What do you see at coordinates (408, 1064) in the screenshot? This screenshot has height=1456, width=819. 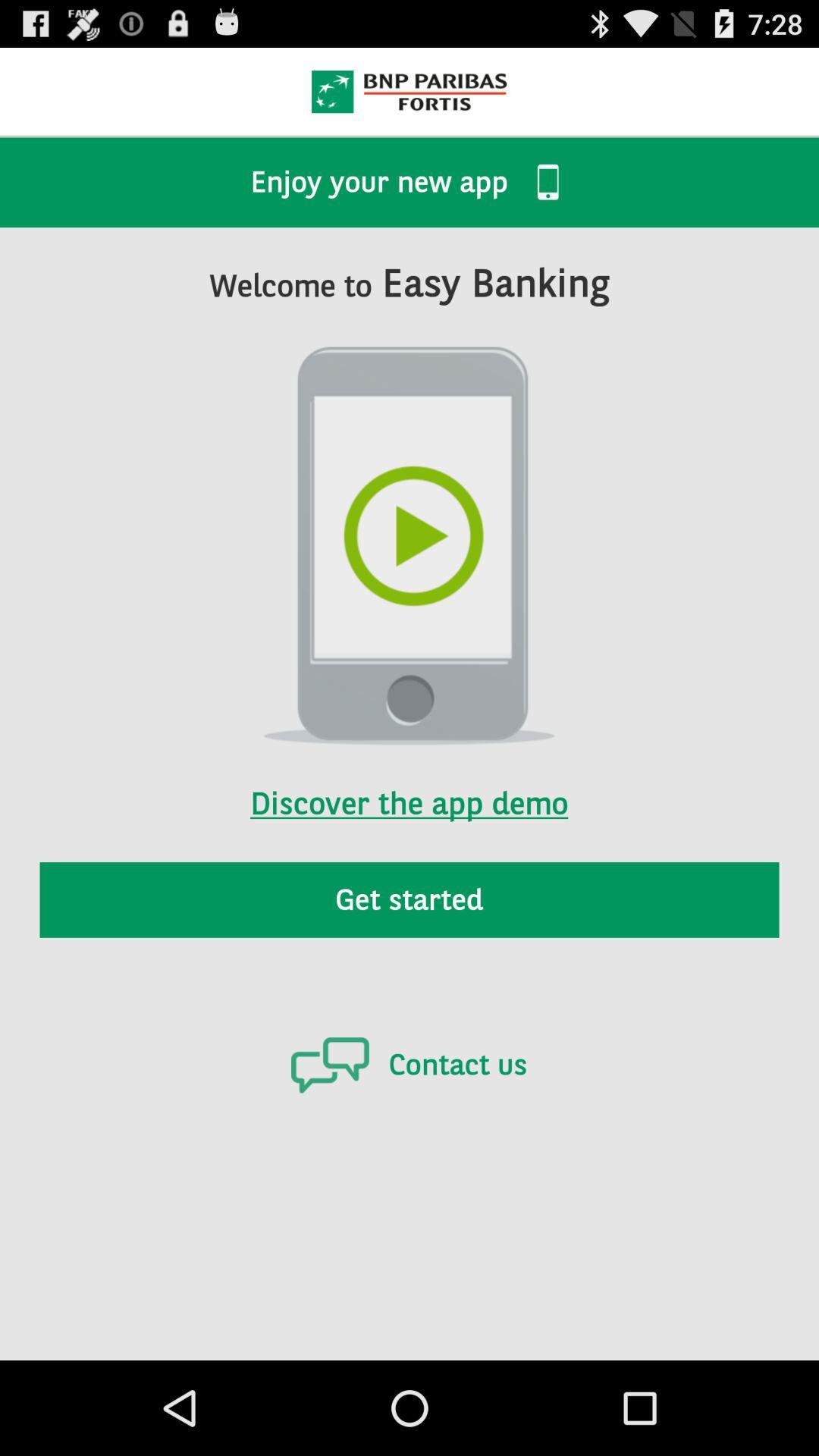 I see `the item below the get started` at bounding box center [408, 1064].